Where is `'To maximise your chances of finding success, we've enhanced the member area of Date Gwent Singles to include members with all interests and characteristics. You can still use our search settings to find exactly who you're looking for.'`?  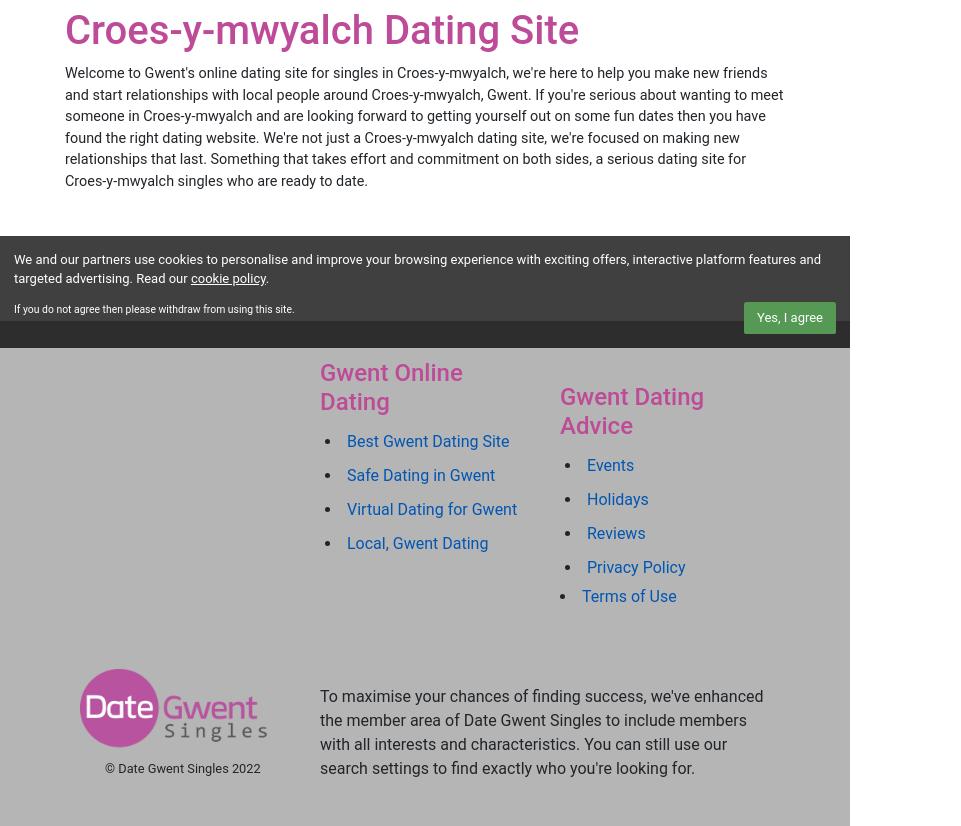
'To maximise your chances of finding success, we've enhanced the member area of Date Gwent Singles to include members with all interests and characteristics. You can still use our search settings to find exactly who you're looking for.' is located at coordinates (540, 731).